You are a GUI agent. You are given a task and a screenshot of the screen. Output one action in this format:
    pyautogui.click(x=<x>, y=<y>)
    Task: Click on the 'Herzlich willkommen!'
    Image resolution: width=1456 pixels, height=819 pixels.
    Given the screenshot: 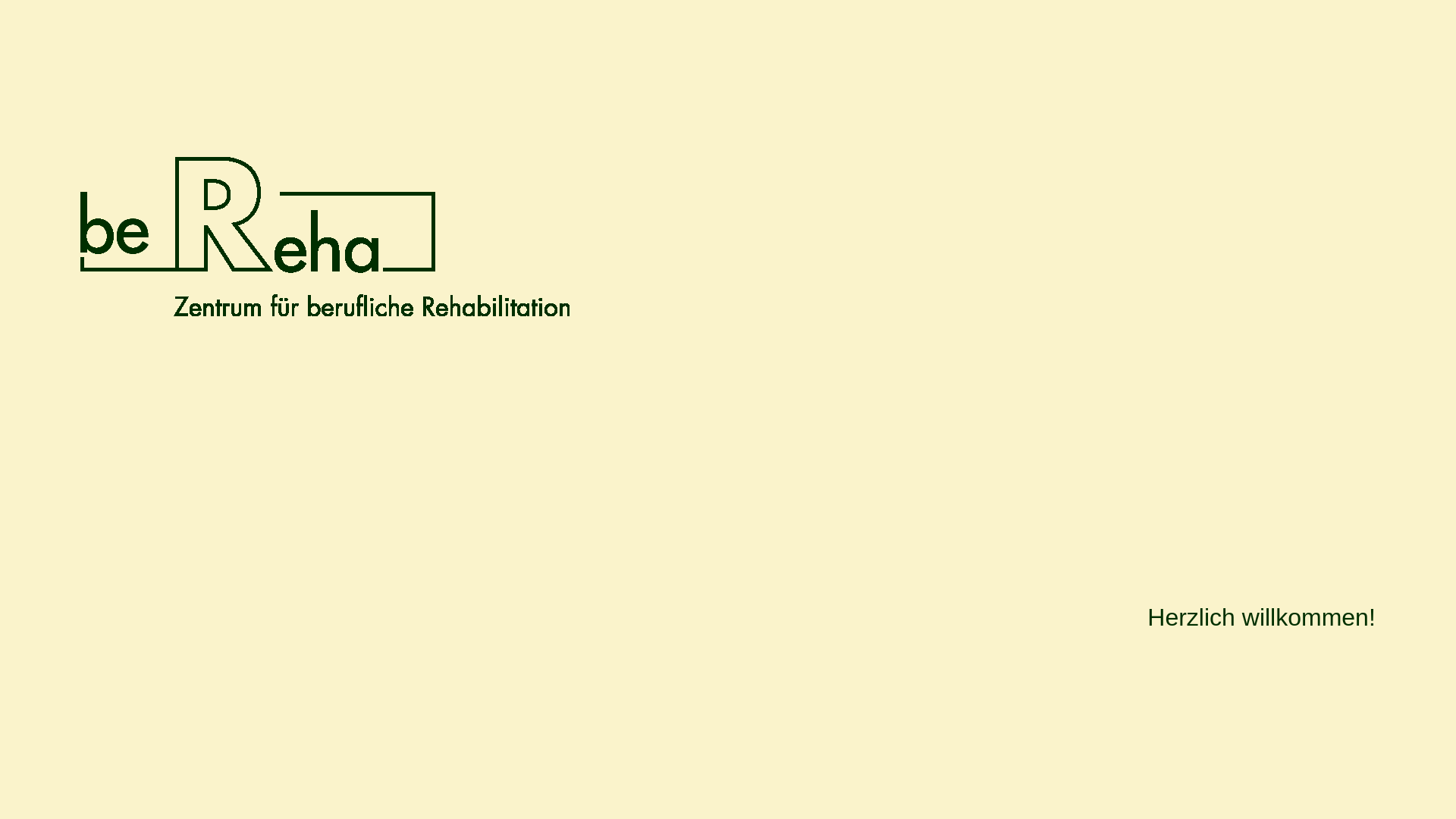 What is the action you would take?
    pyautogui.click(x=1261, y=623)
    